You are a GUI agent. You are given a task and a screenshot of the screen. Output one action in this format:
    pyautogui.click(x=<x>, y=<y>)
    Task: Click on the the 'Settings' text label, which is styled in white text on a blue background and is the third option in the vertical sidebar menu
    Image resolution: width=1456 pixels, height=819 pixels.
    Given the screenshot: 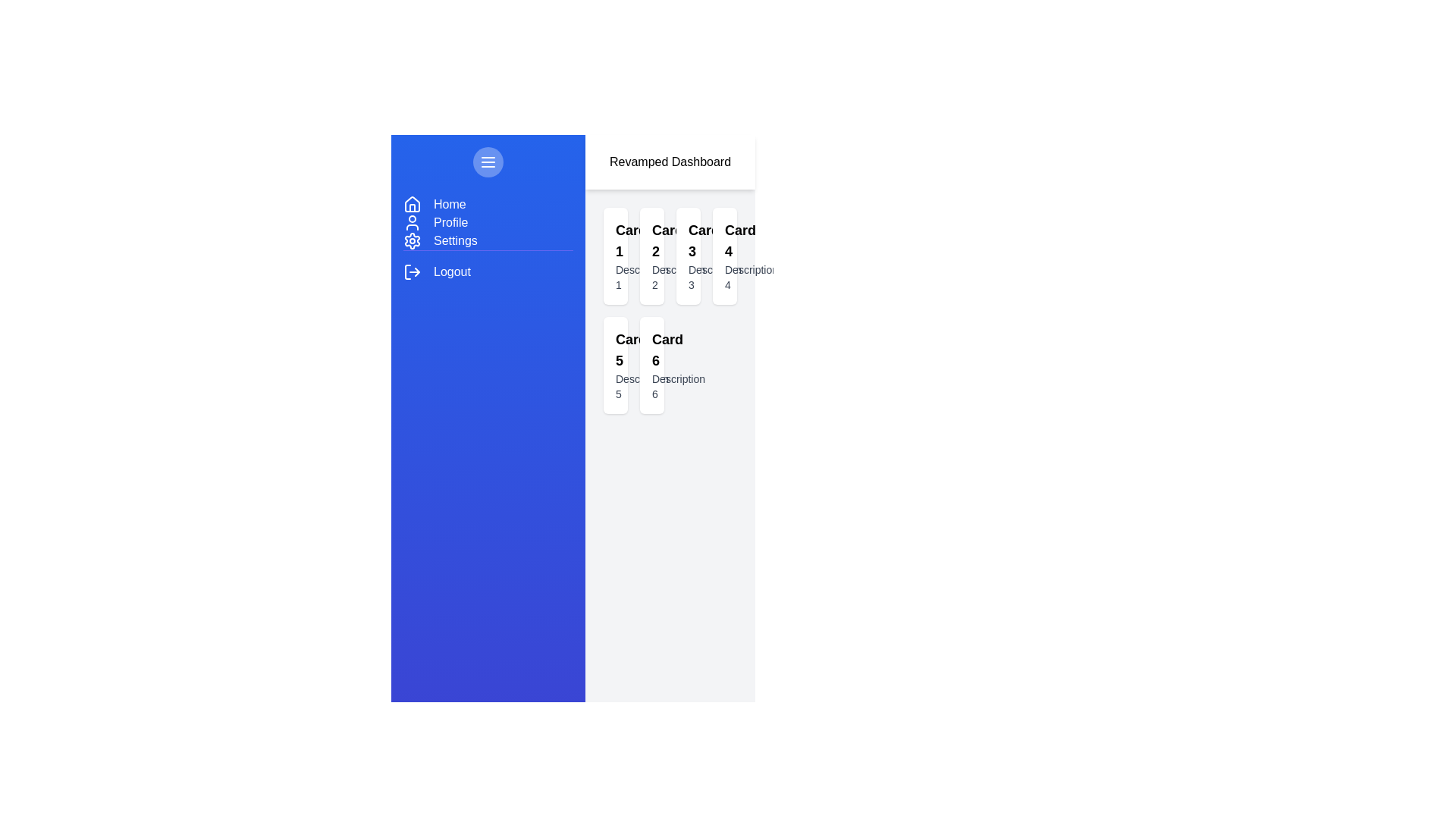 What is the action you would take?
    pyautogui.click(x=454, y=240)
    